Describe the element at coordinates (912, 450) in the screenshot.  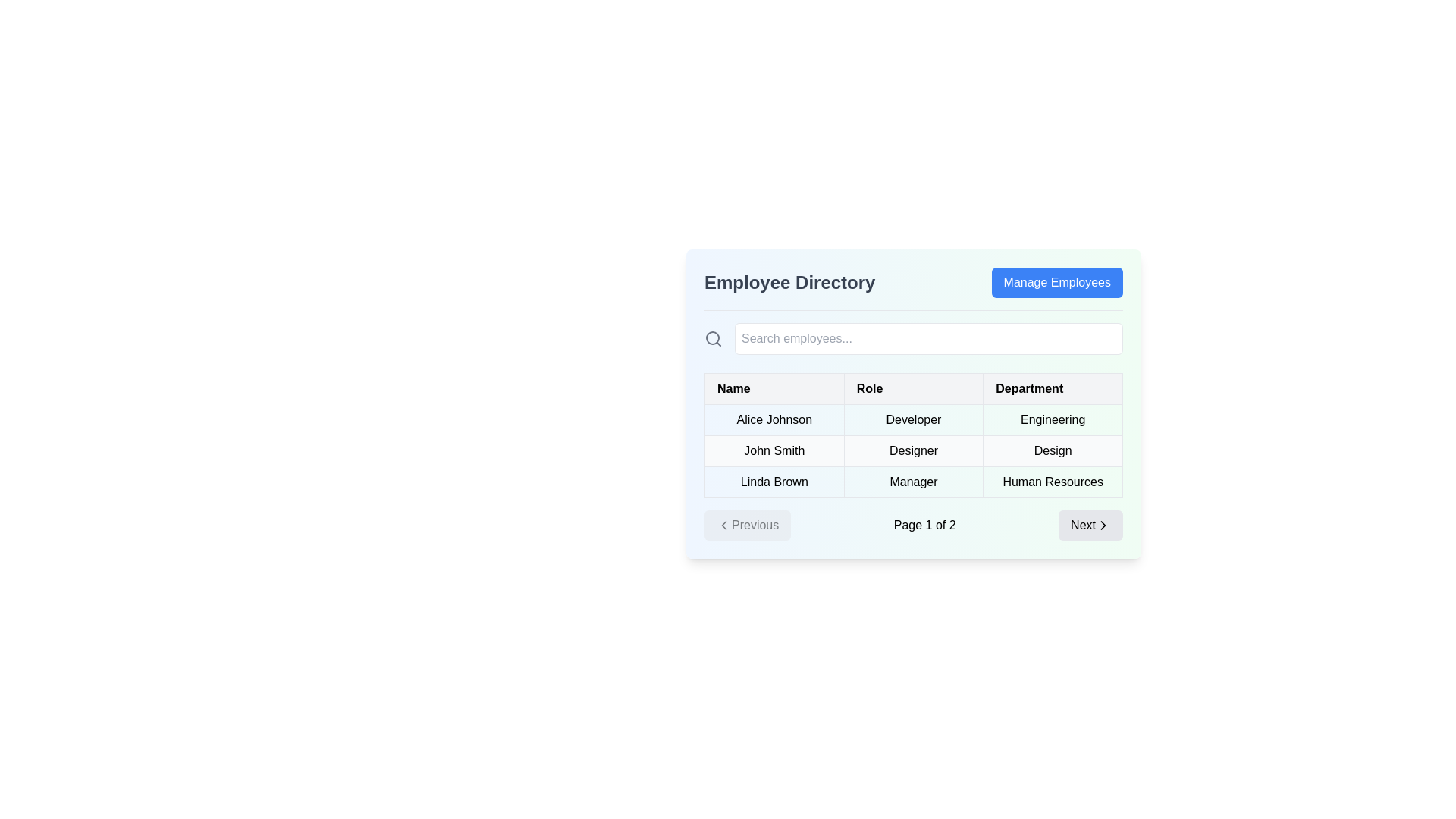
I see `the cells of the employee directory table` at that location.